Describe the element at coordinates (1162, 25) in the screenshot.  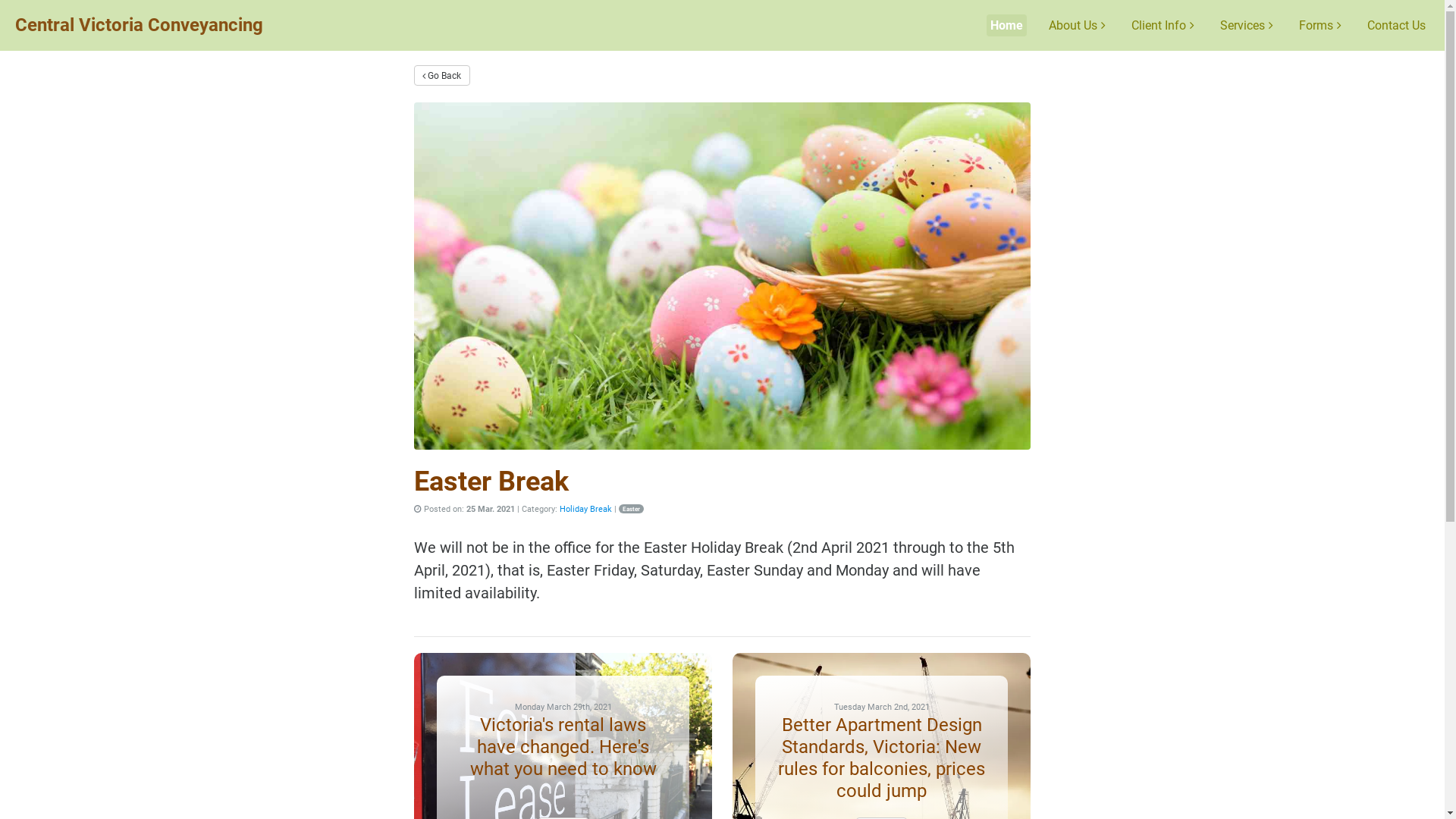
I see `'Client Info'` at that location.